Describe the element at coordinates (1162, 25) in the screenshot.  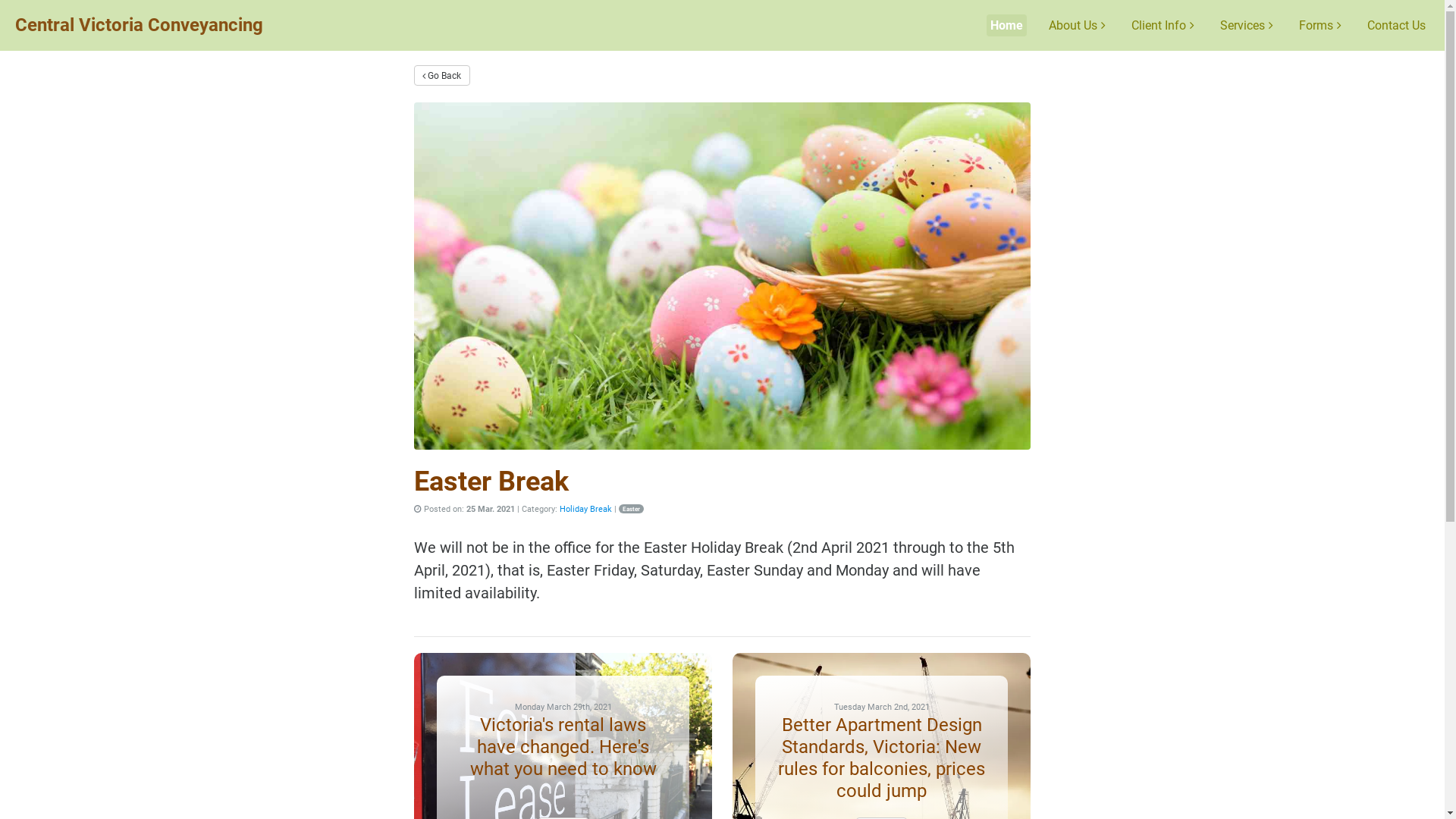
I see `'Client Info'` at that location.